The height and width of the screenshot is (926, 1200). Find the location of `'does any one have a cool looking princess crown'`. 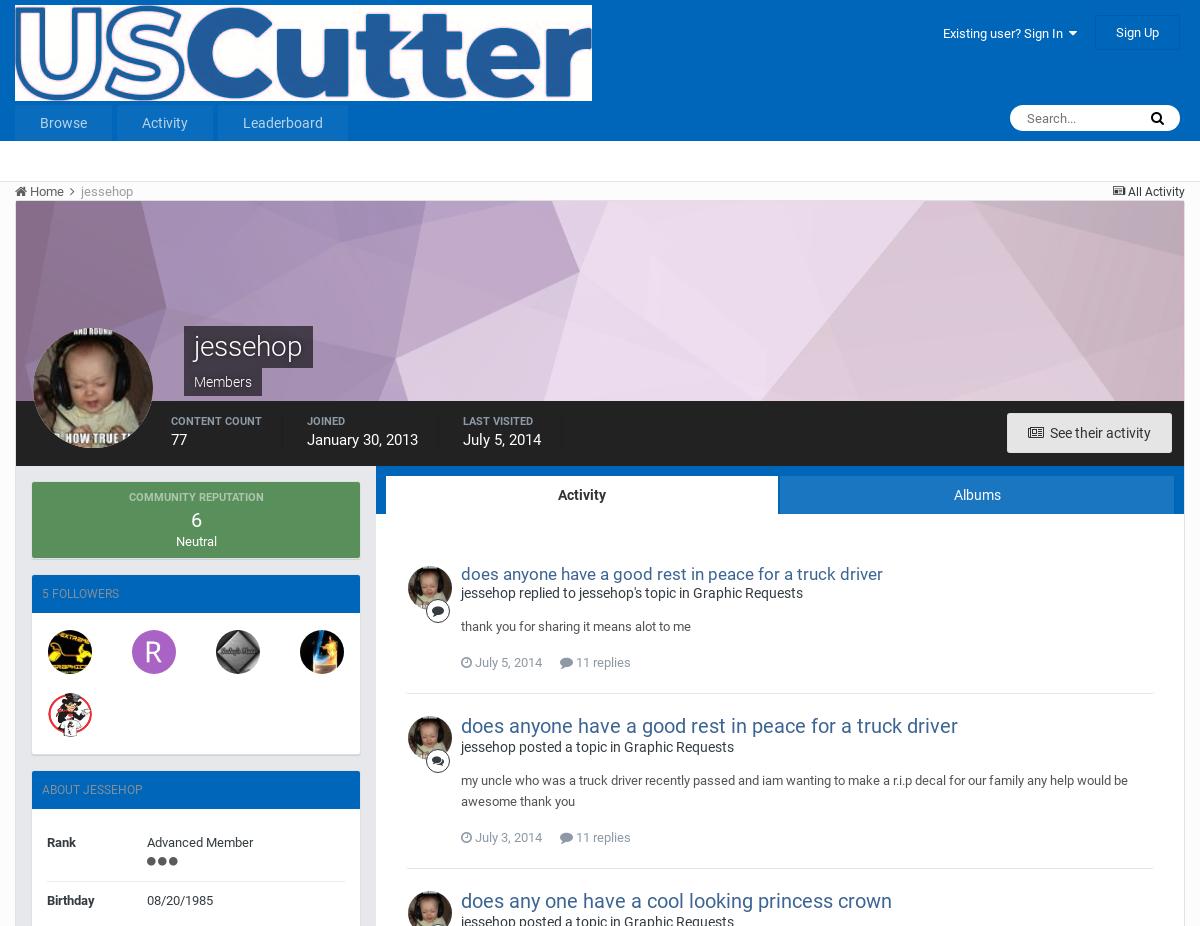

'does any one have a cool looking princess crown' is located at coordinates (676, 899).